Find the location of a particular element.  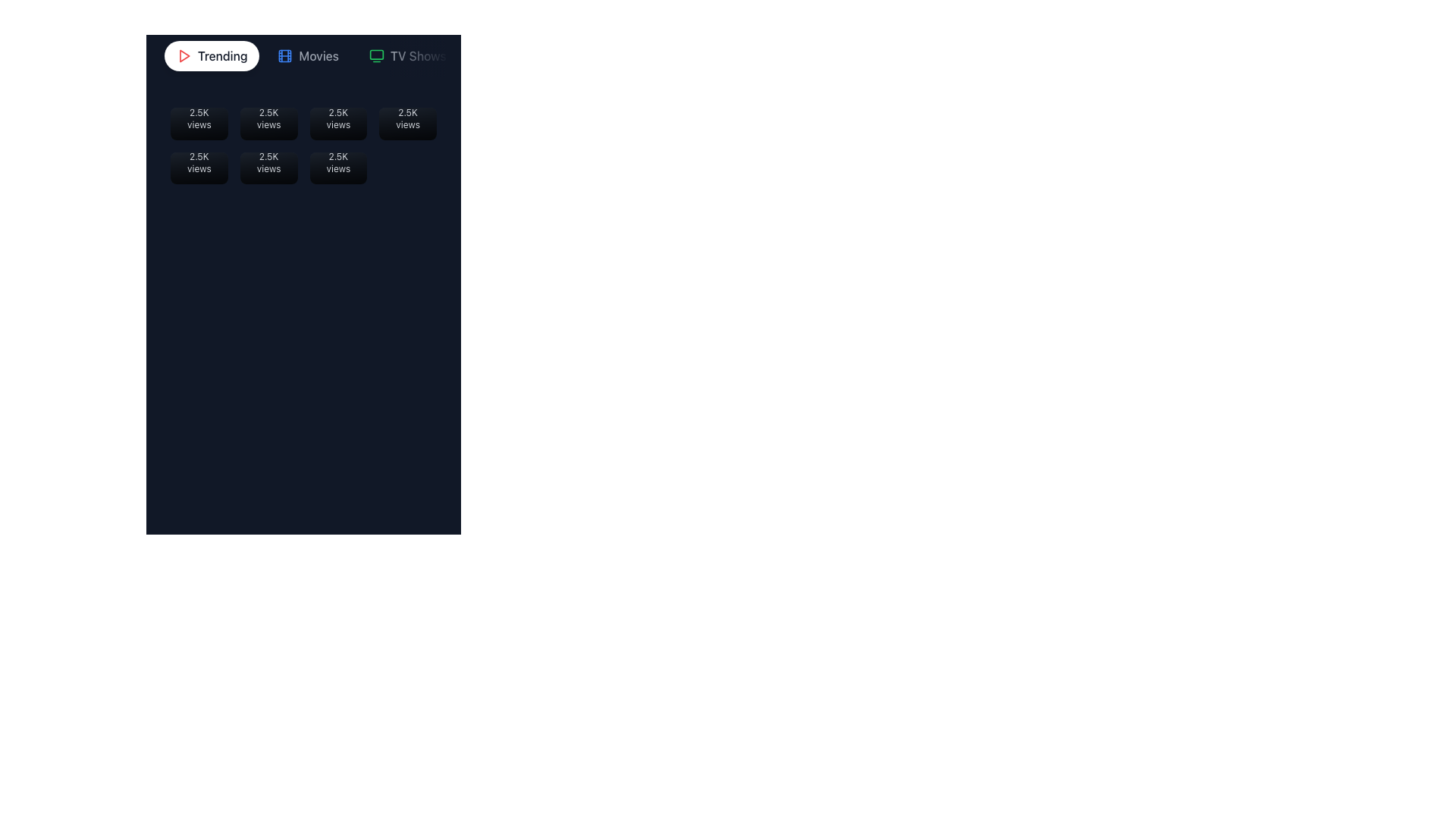

the text label displaying '2.5K views' in light gray located in the top left corner of the first grid item is located at coordinates (198, 110).